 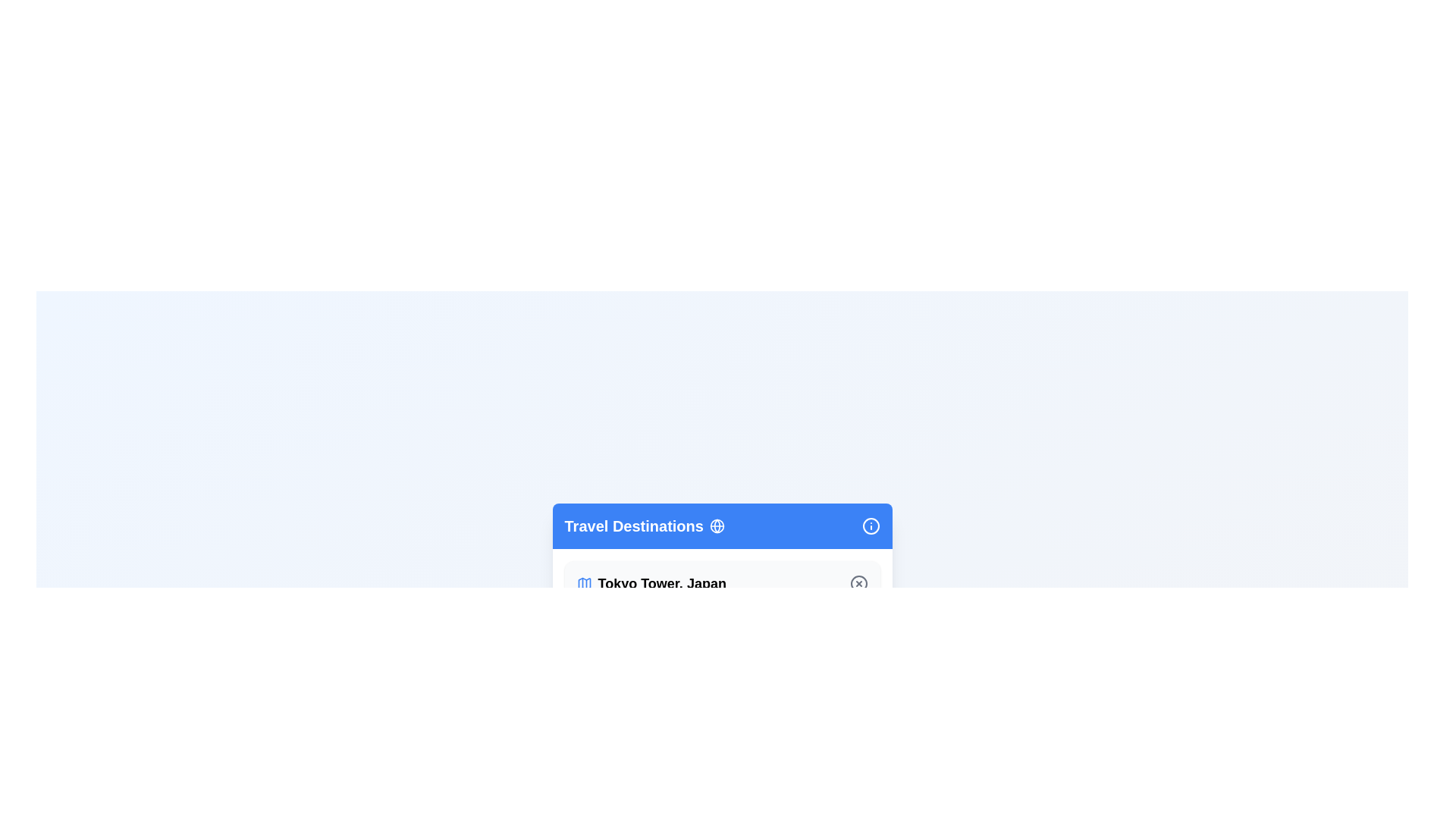 I want to click on the circular button with an 'X' shape inside, which has a gray stroke that turns red on hover, located at the far right of the layout with the text 'Tokyo Tower, Japan', so click(x=858, y=583).